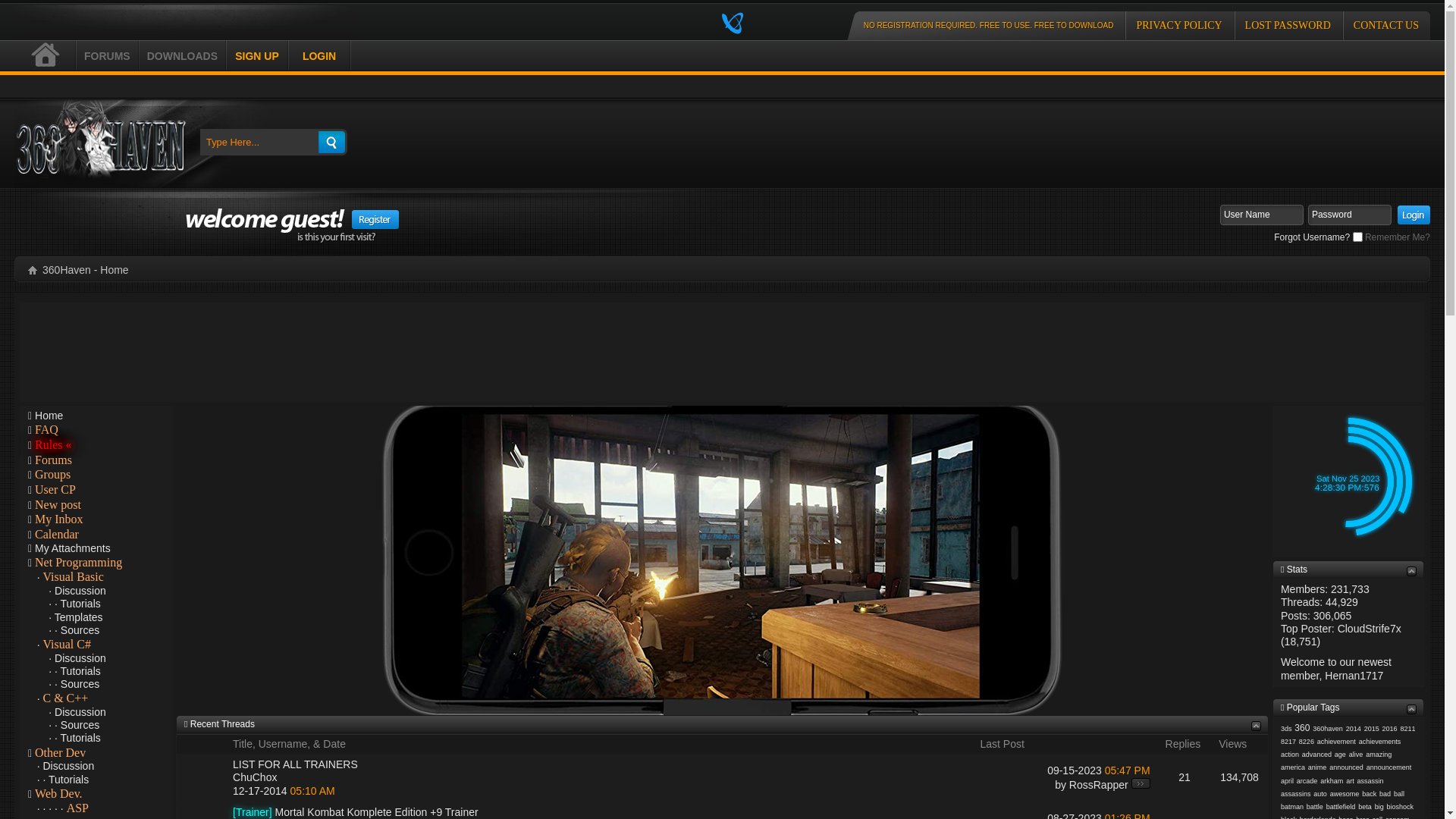 The height and width of the screenshot is (819, 1456). What do you see at coordinates (1312, 727) in the screenshot?
I see `'360haven'` at bounding box center [1312, 727].